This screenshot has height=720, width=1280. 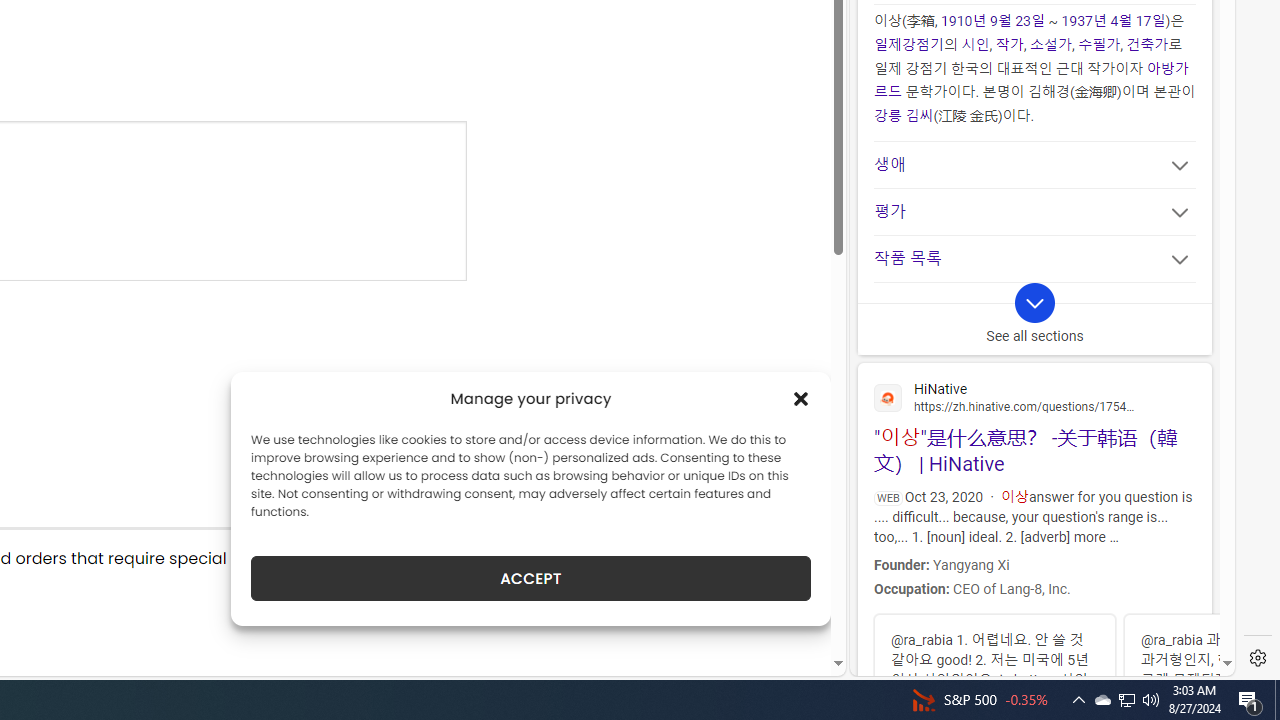 I want to click on 'Occupation: CEO of Lang-8, Inc.', so click(x=1032, y=586).